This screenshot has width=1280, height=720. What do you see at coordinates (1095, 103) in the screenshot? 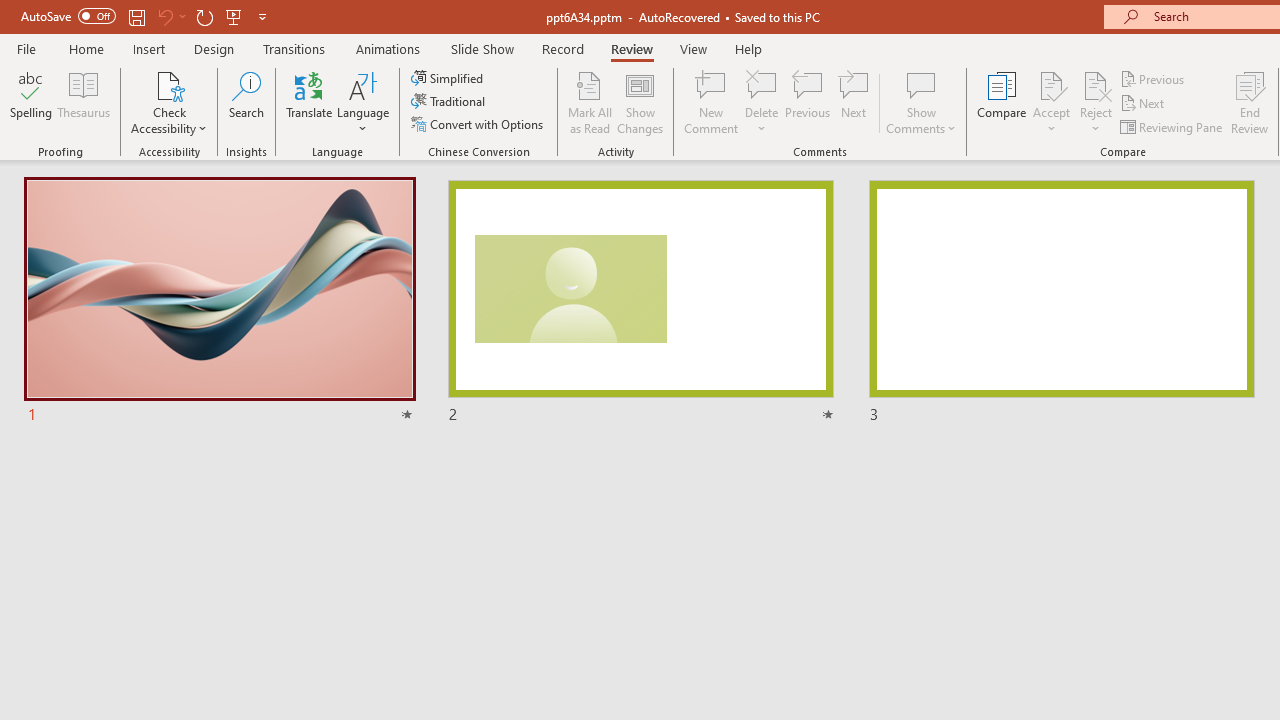
I see `'Reject'` at bounding box center [1095, 103].